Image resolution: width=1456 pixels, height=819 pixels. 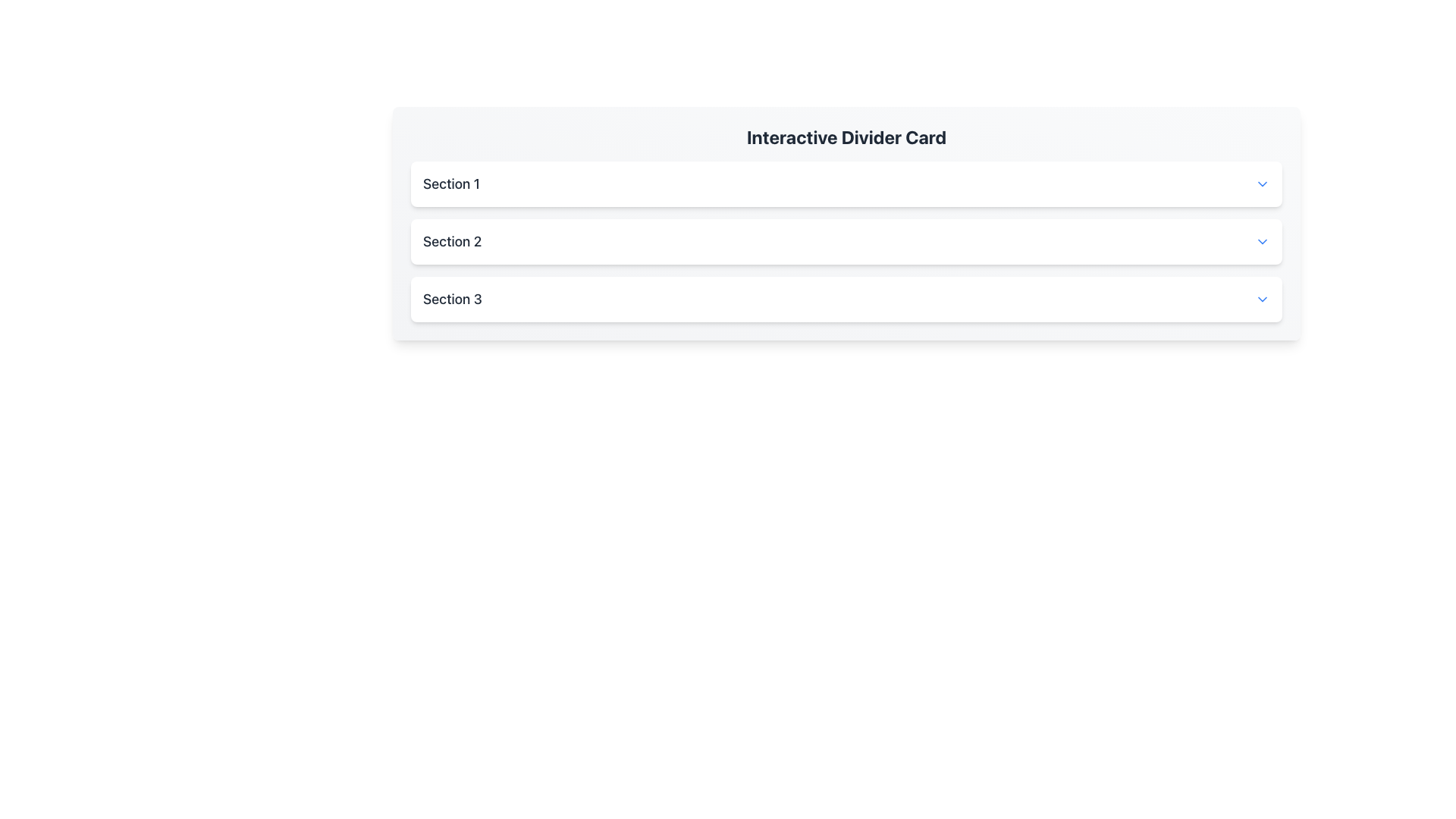 I want to click on the blue downward chevron arrow SVG icon located beside the 'Section 2' header, so click(x=1263, y=241).